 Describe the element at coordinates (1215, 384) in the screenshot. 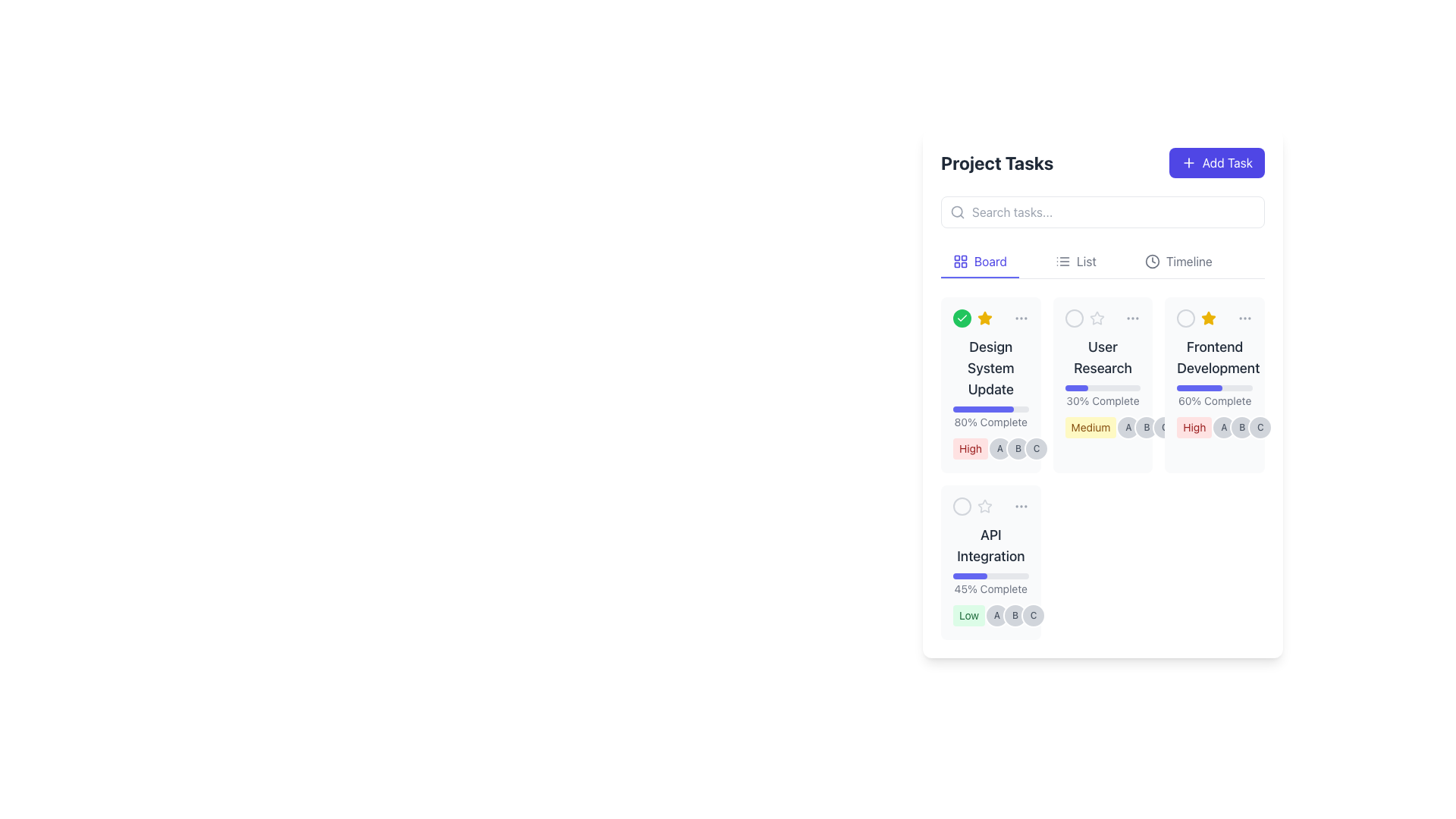

I see `the Task summary card titled 'Frontend Development', which is the third card` at that location.